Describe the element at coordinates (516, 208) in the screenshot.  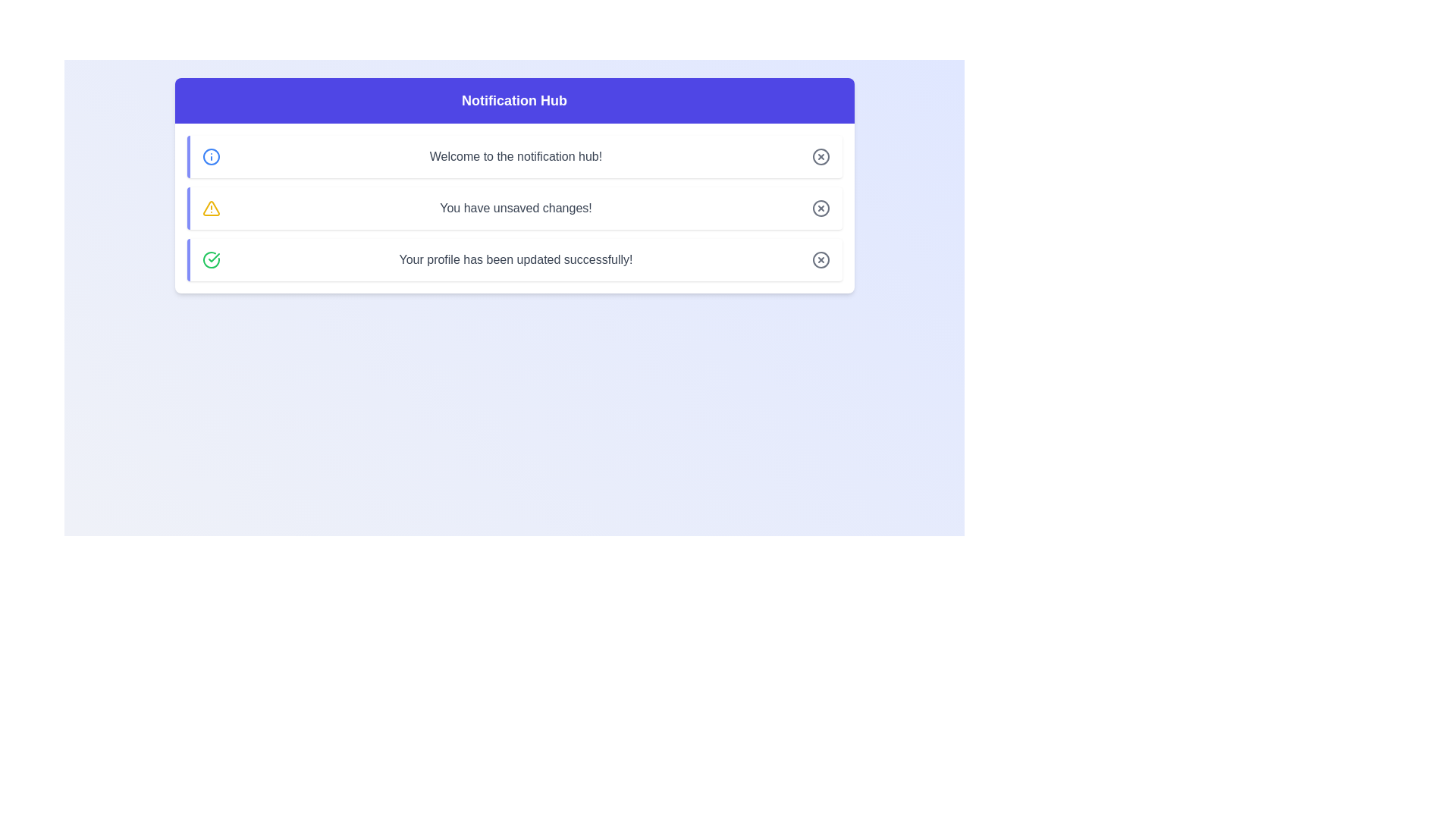
I see `the static text that informs the user about unsaved changes in their current session within the notification component` at that location.